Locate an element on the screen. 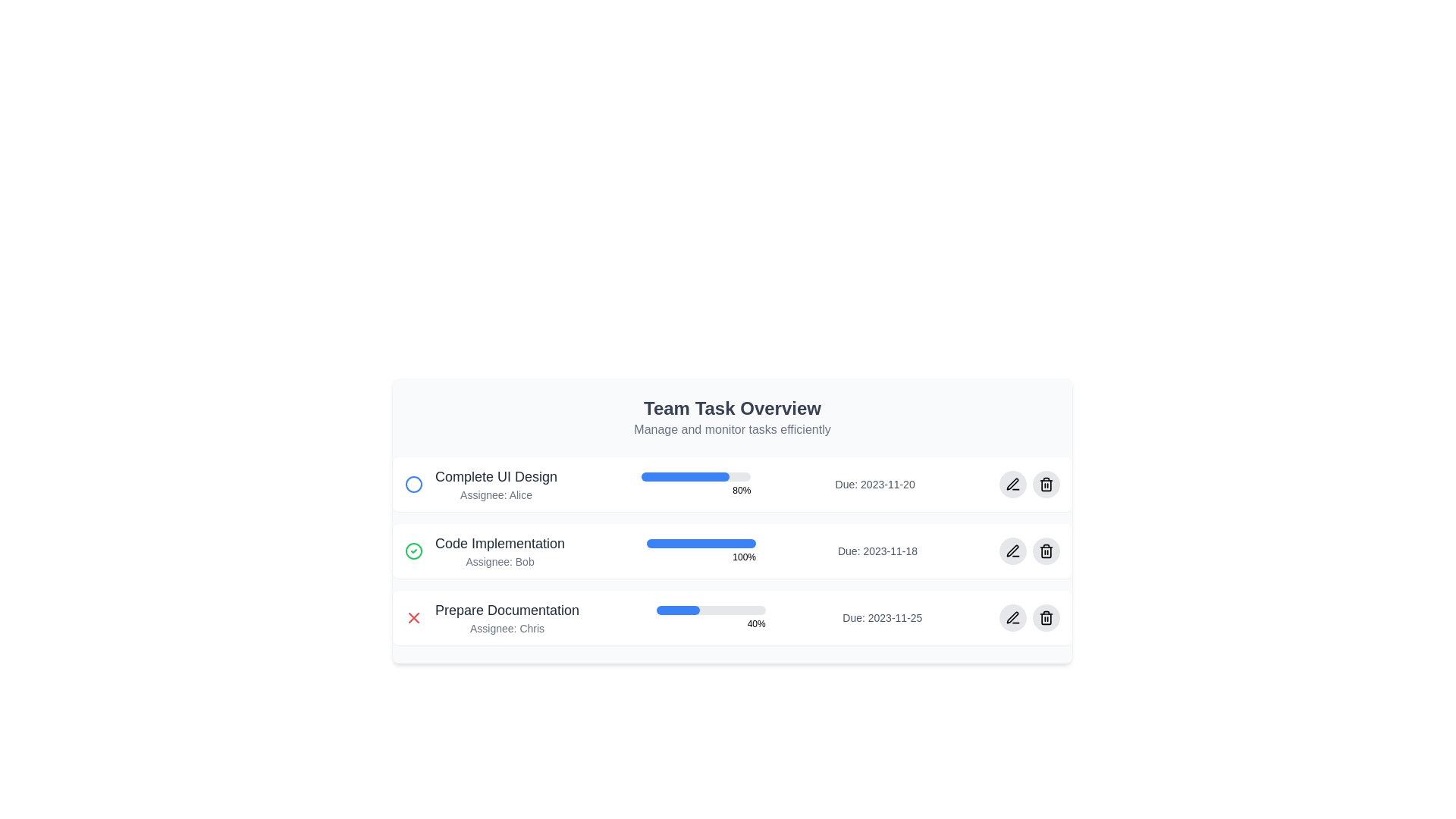 The image size is (1456, 819). the text label that displays the assigned team member for the task, located beneath 'Complete UI Design' in the task grouping is located at coordinates (496, 494).